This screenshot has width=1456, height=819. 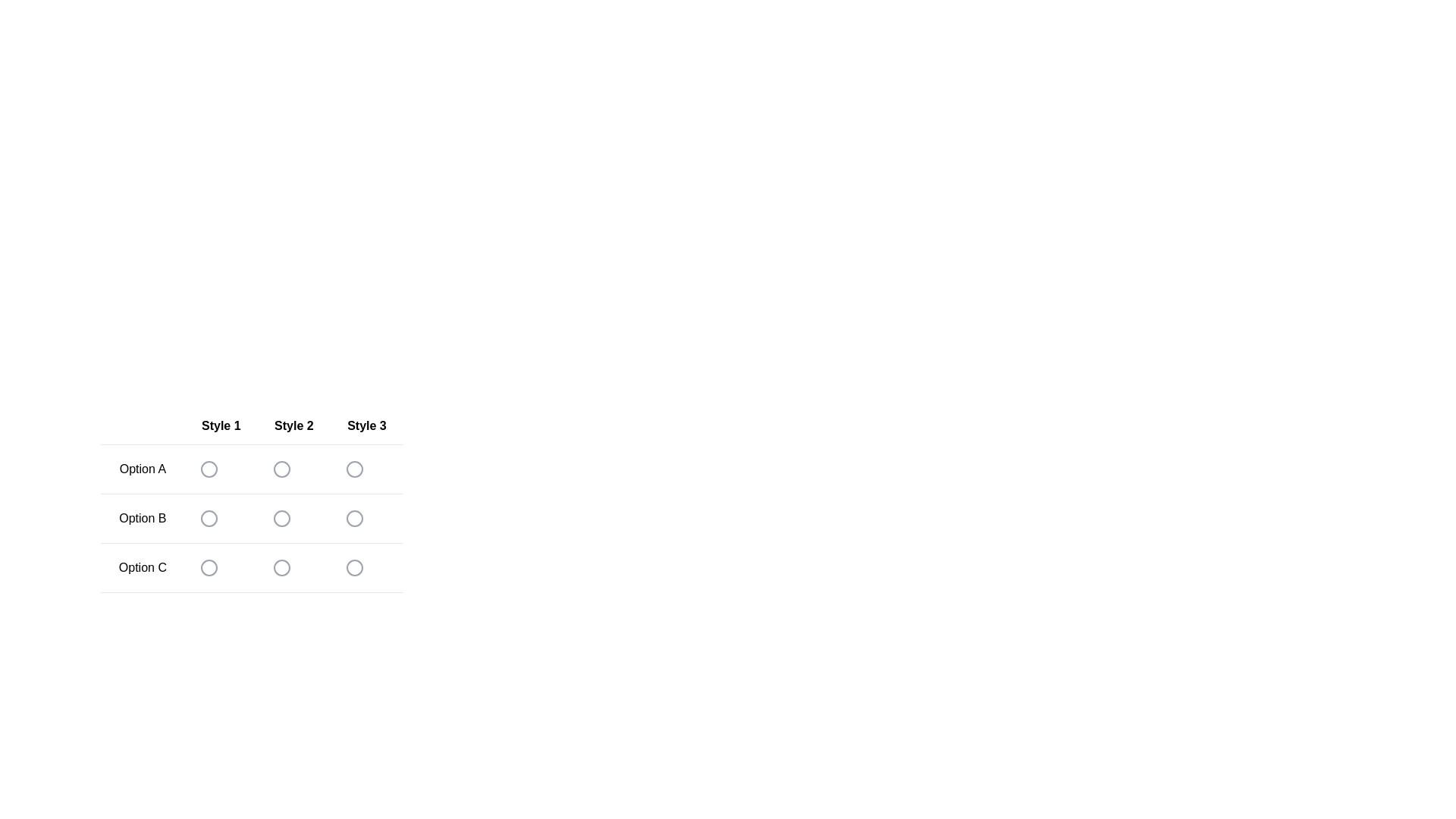 What do you see at coordinates (281, 517) in the screenshot?
I see `the unselected radio button in the second row, second column of a 3x3 grid` at bounding box center [281, 517].